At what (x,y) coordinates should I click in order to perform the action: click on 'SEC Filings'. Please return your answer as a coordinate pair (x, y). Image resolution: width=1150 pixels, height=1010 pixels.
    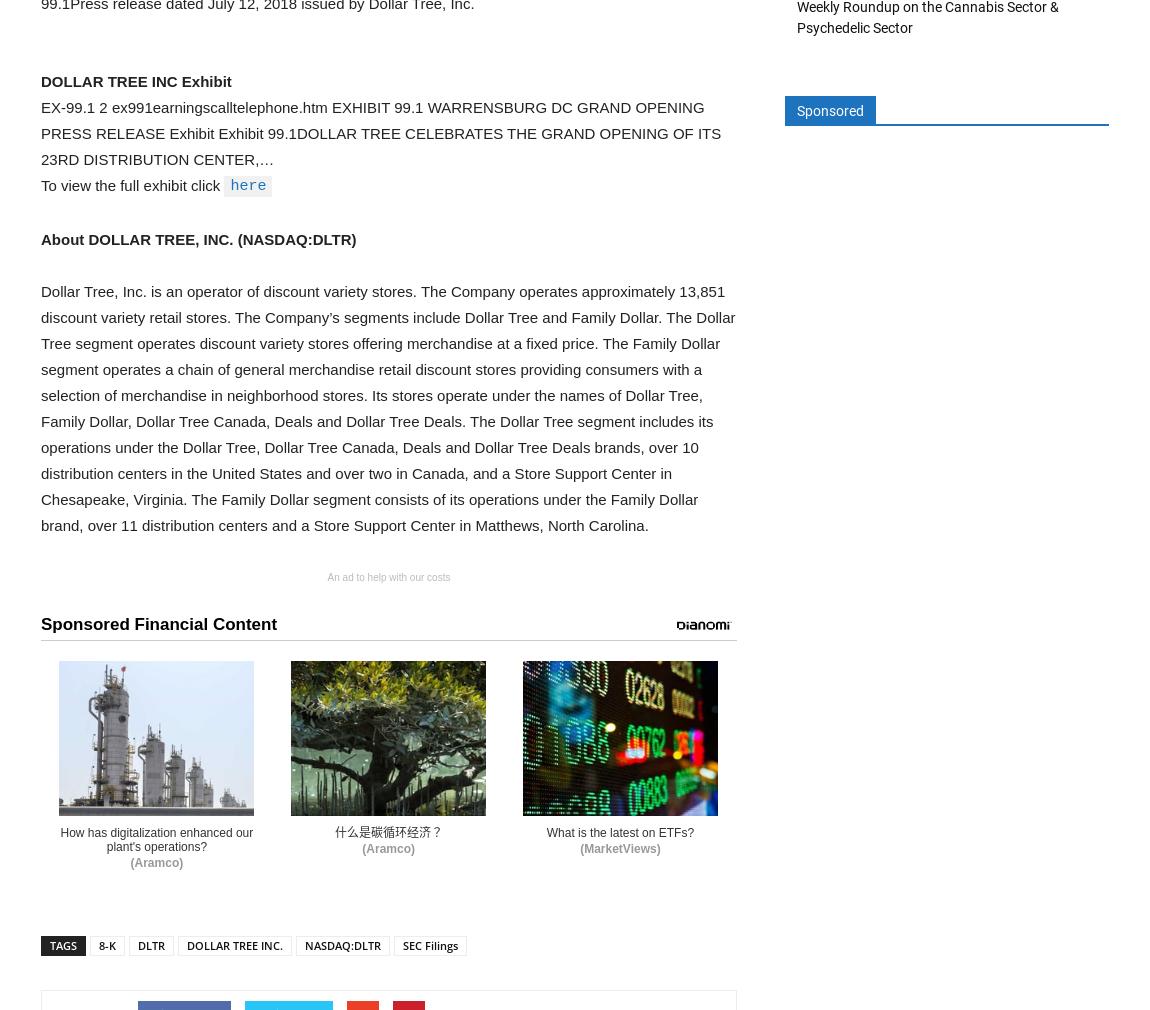
    Looking at the image, I should click on (430, 945).